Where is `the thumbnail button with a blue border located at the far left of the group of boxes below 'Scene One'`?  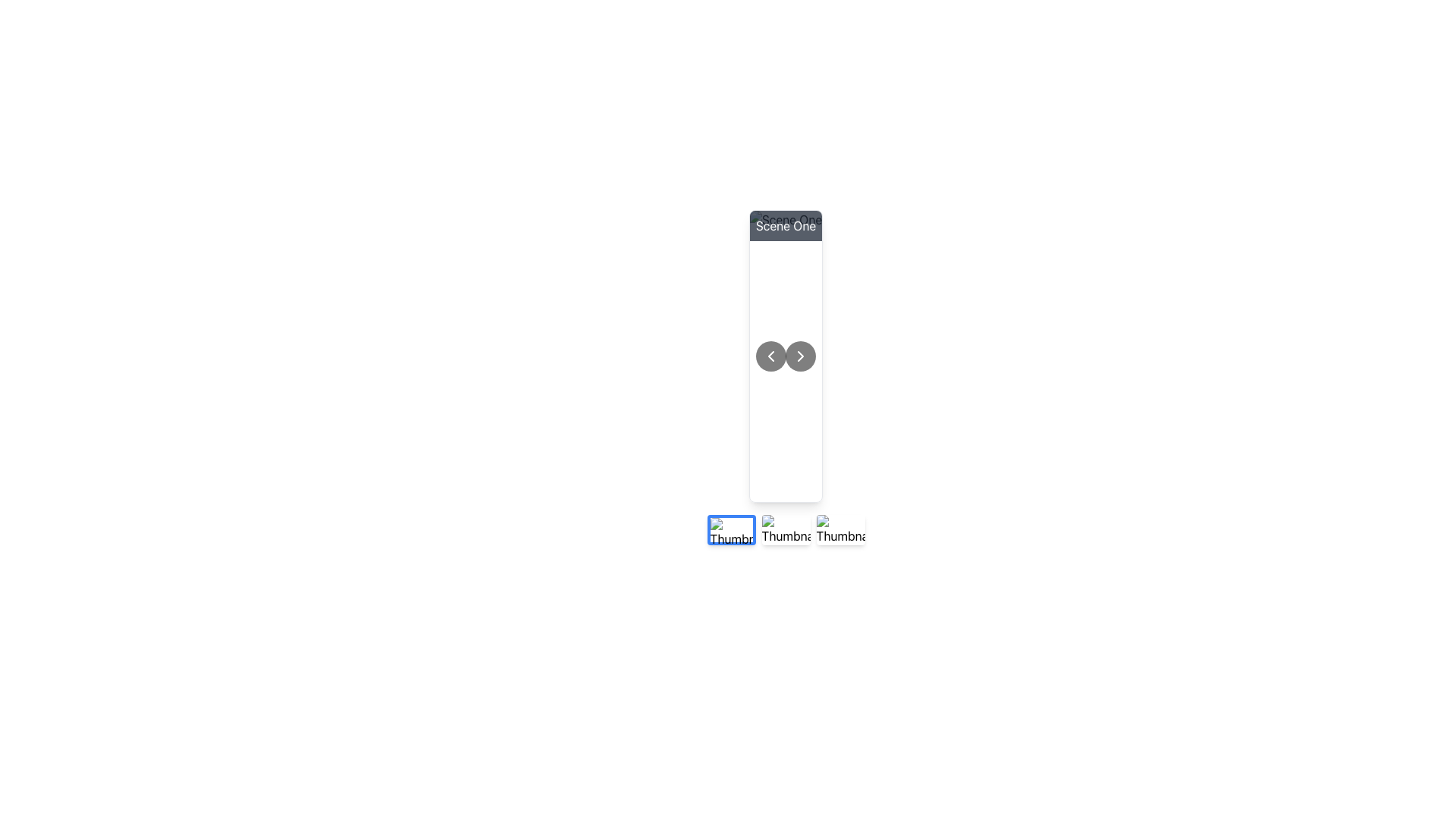
the thumbnail button with a blue border located at the far left of the group of boxes below 'Scene One' is located at coordinates (731, 529).